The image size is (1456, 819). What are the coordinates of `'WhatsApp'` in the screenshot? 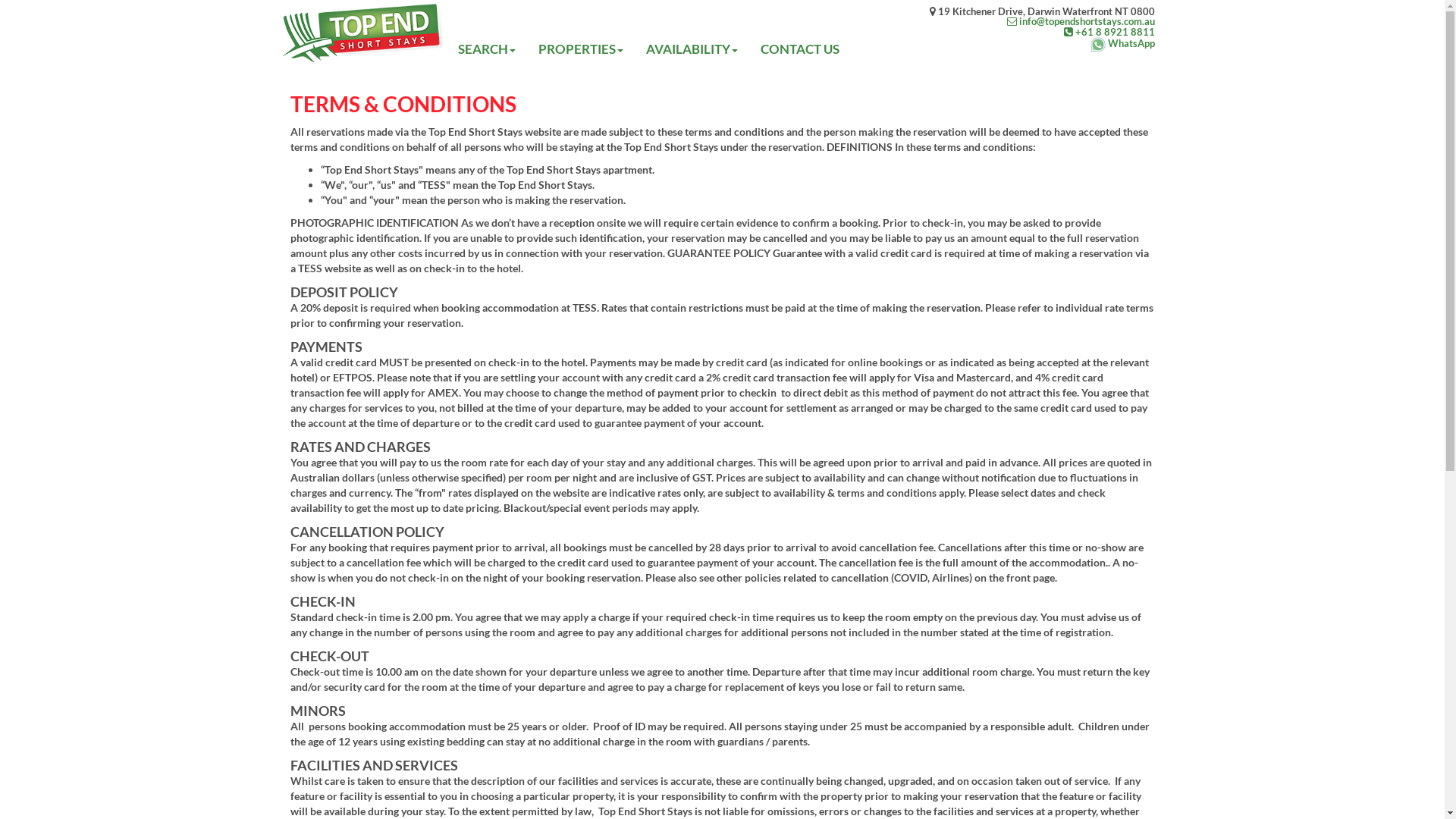 It's located at (928, 43).